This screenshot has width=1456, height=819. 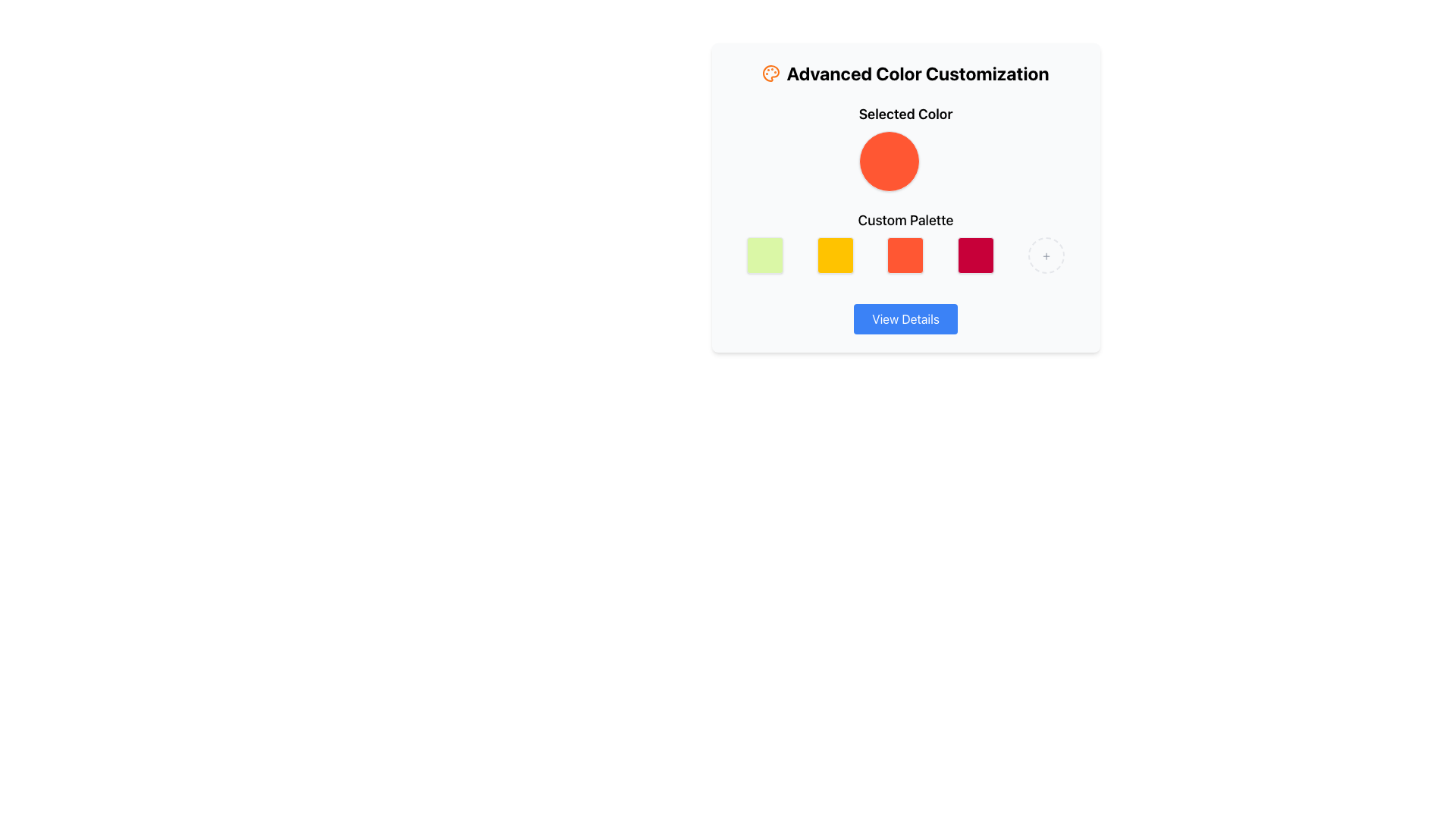 What do you see at coordinates (905, 318) in the screenshot?
I see `the 'View Details' button located at the bottom-center of the 'Advanced Color Customization' card to initiate an action` at bounding box center [905, 318].